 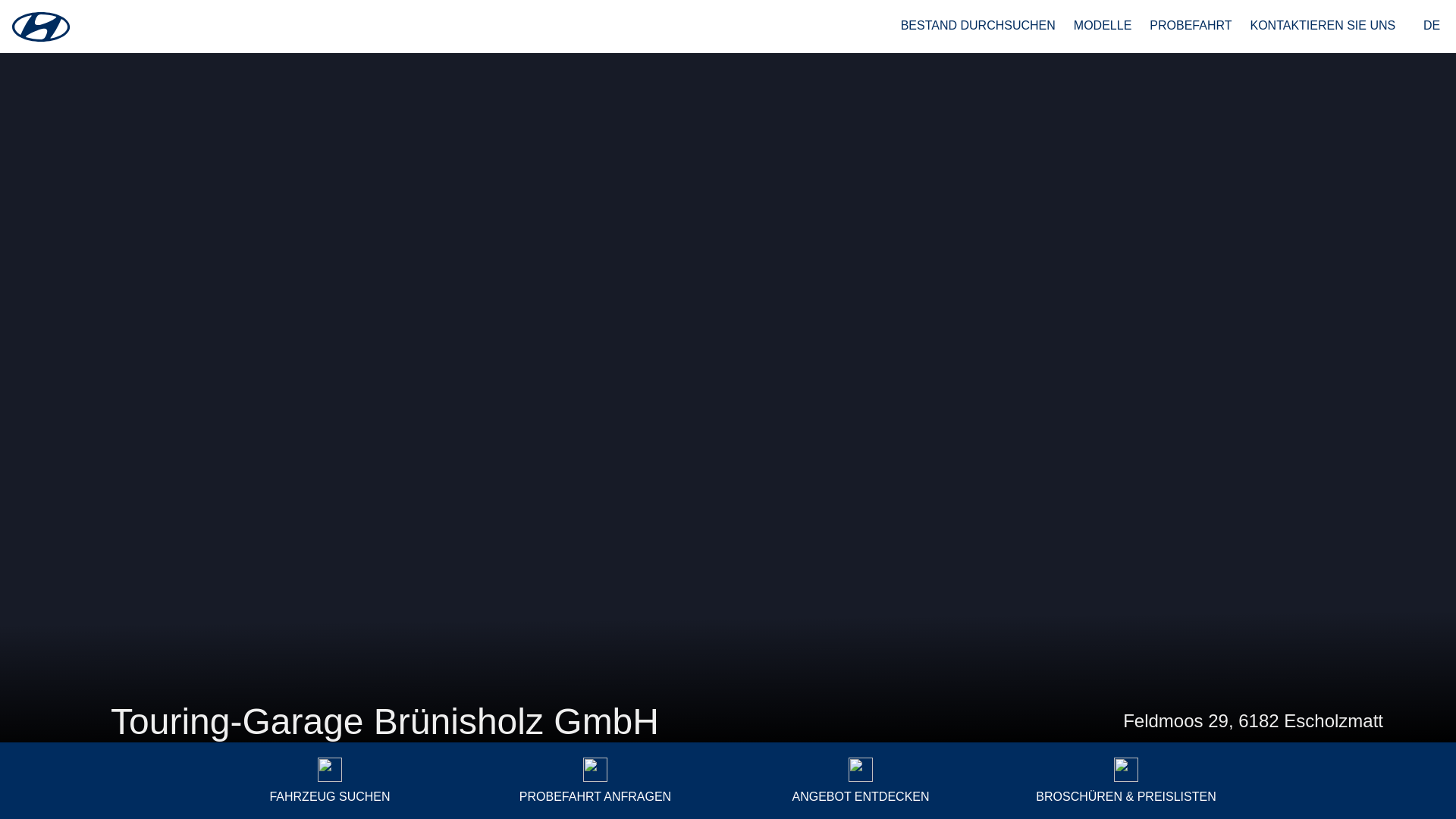 I want to click on 'ANGEBOT ENTDECKEN', so click(x=860, y=780).